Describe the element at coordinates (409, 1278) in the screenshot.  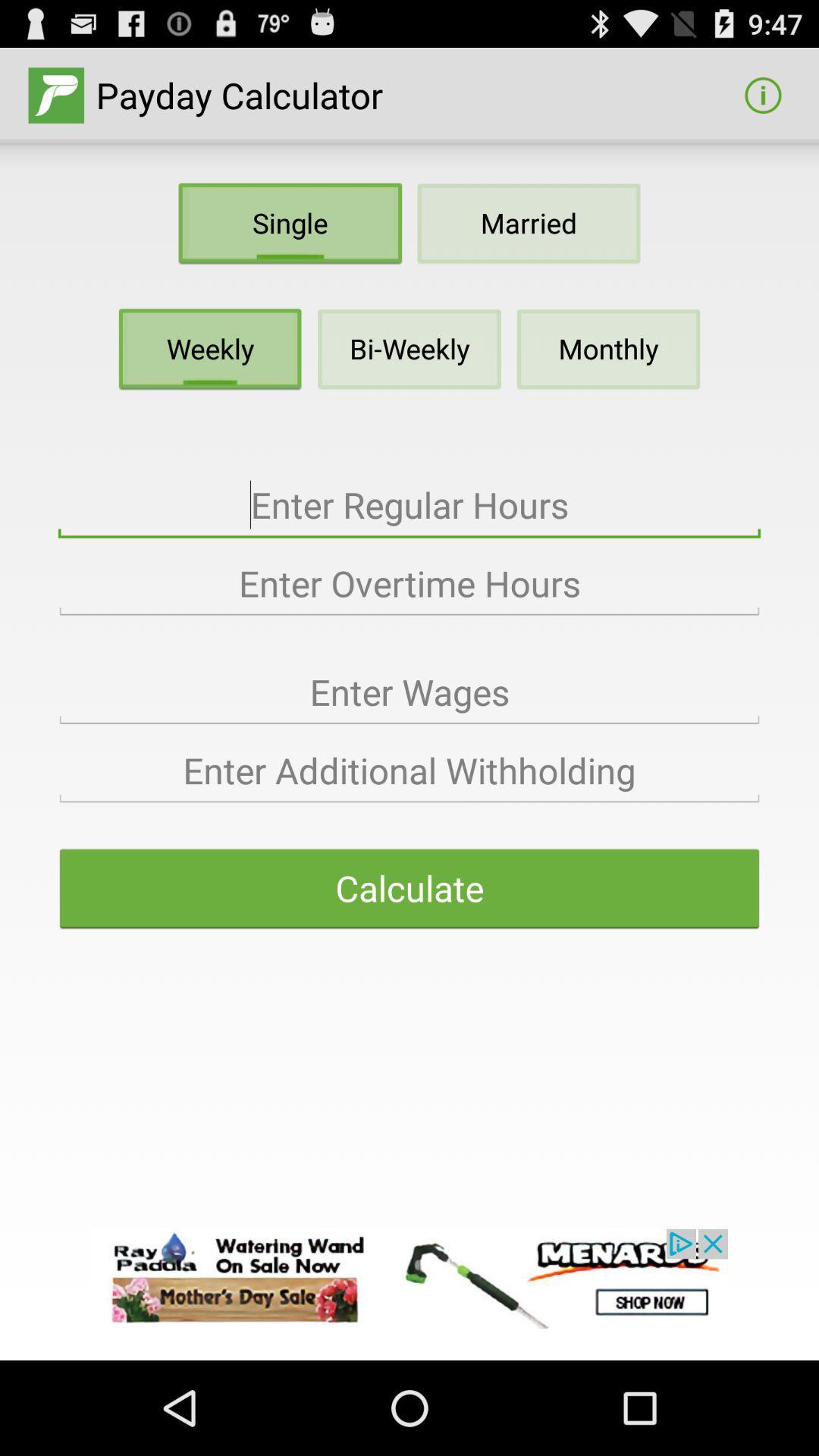
I see `to buy things` at that location.